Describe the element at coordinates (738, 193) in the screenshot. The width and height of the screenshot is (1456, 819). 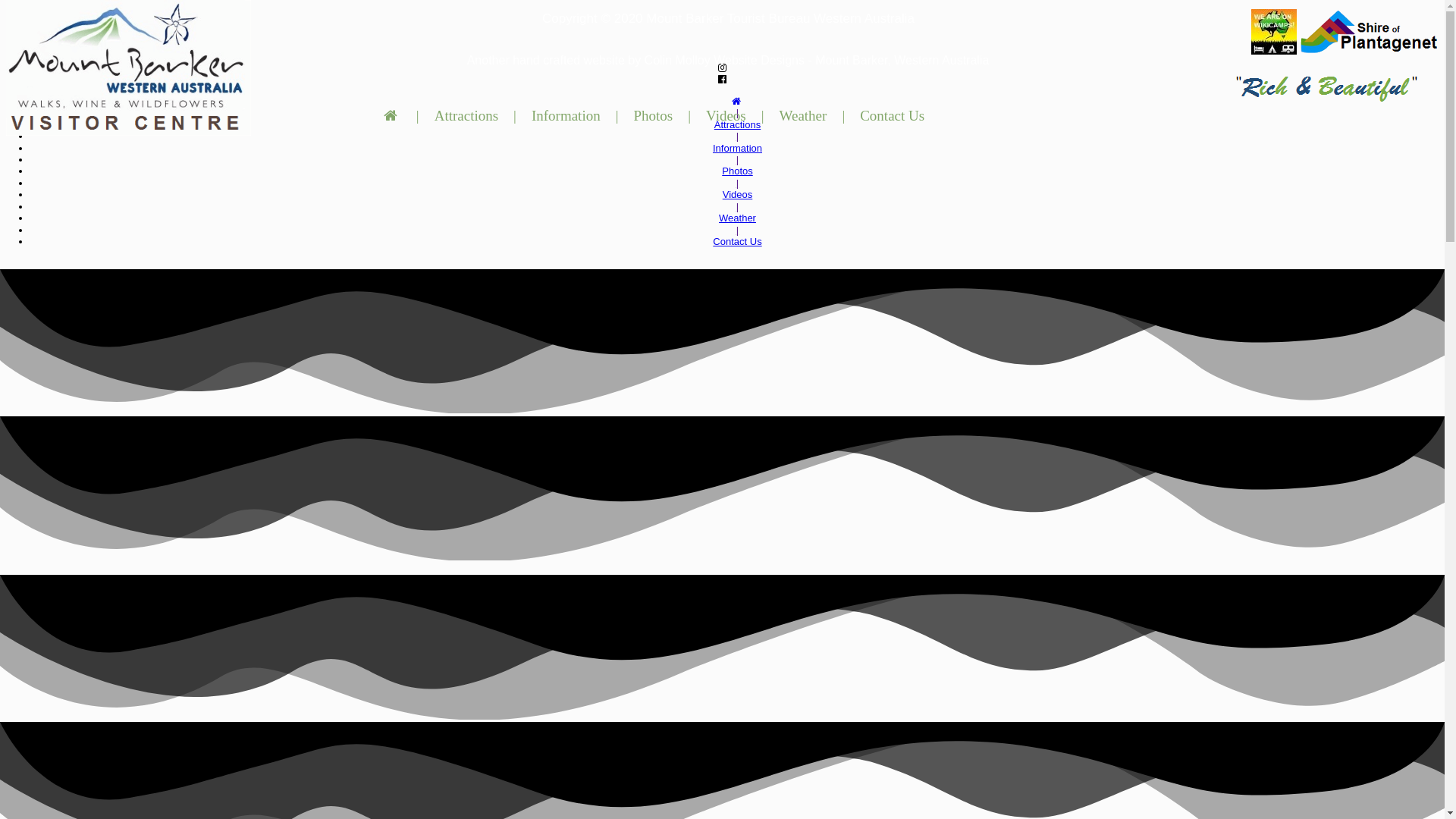
I see `'Videos'` at that location.